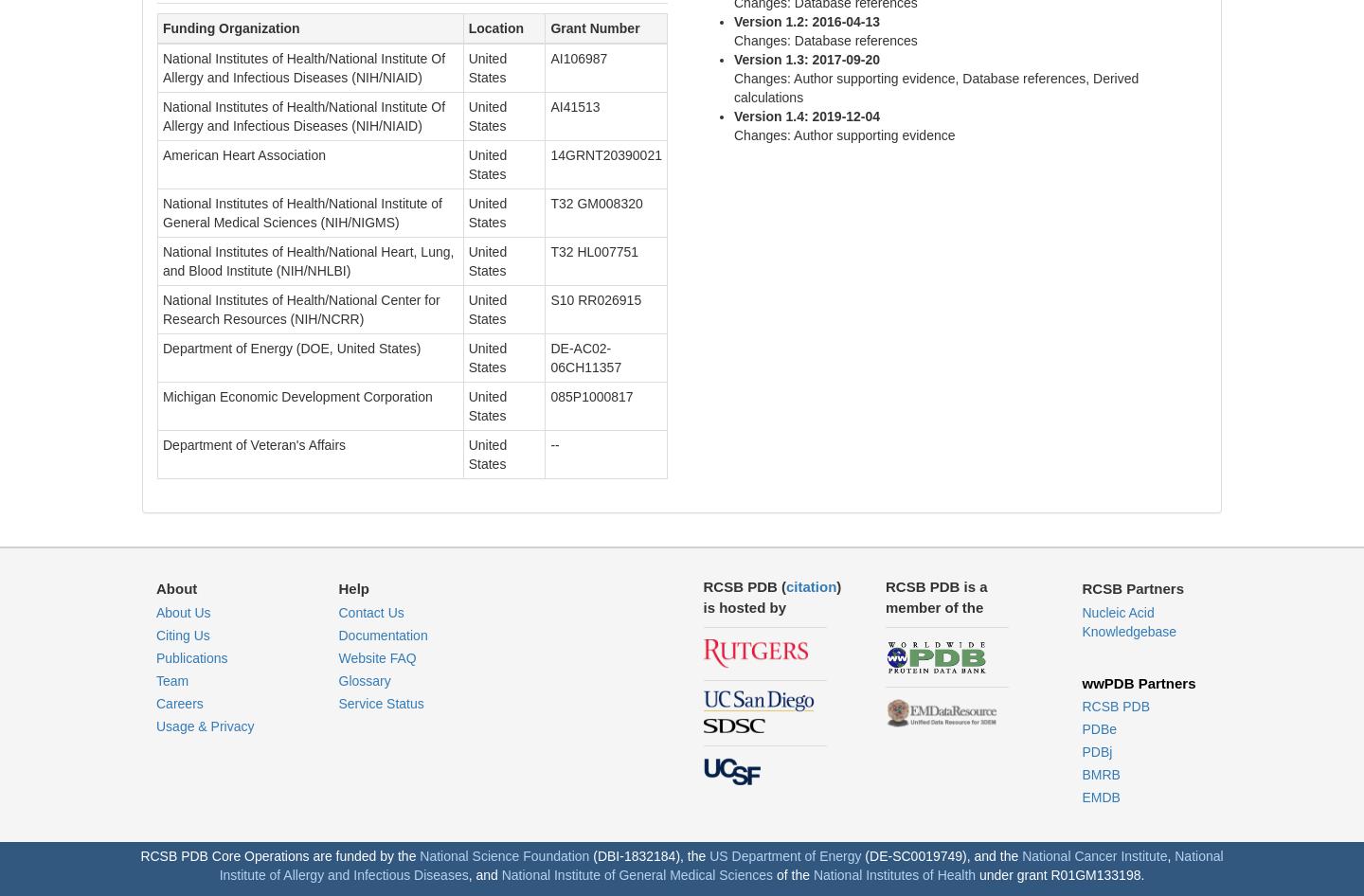 Image resolution: width=1364 pixels, height=896 pixels. What do you see at coordinates (593, 251) in the screenshot?
I see `'T32 HL007751'` at bounding box center [593, 251].